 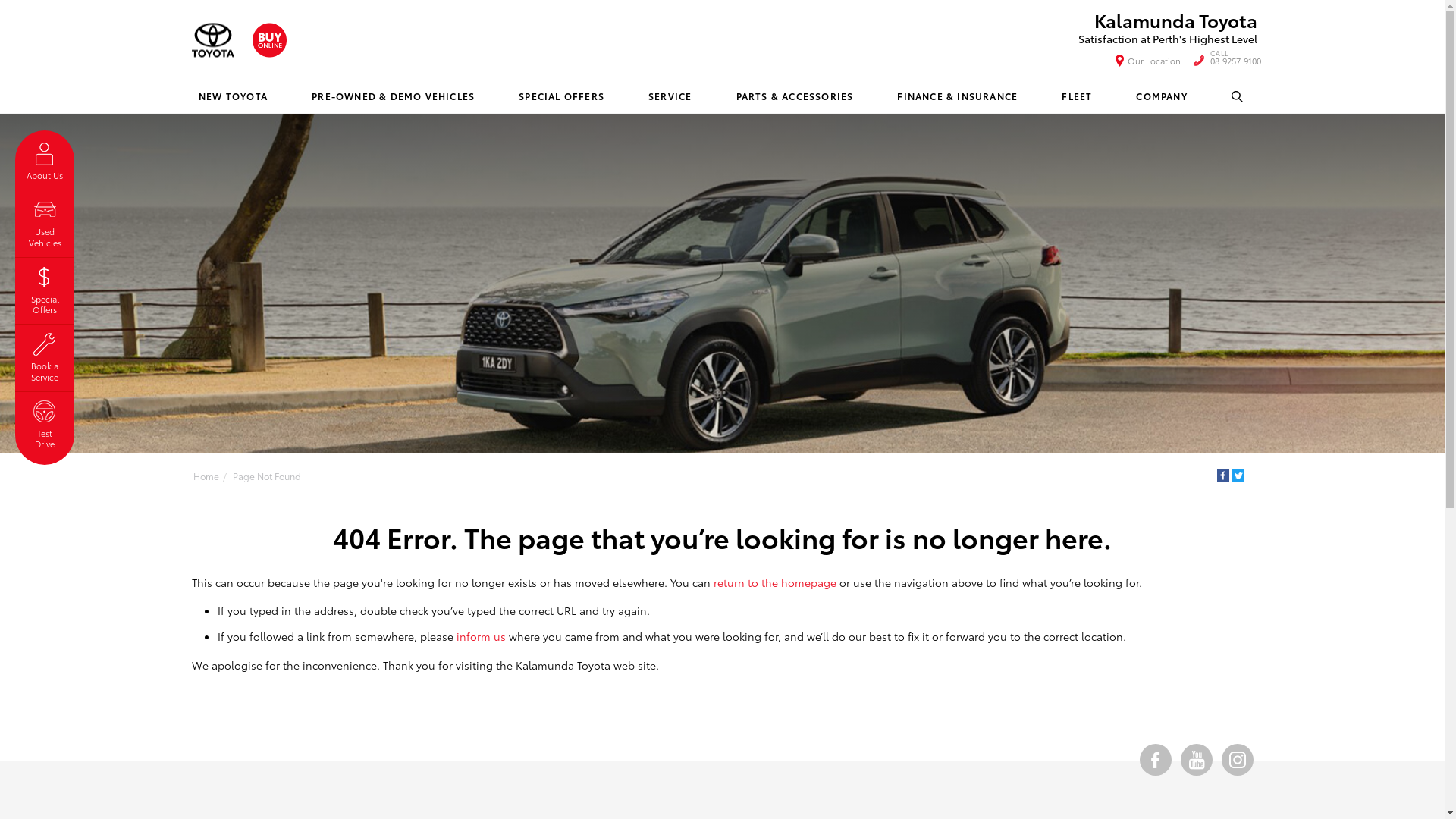 What do you see at coordinates (712, 581) in the screenshot?
I see `'return to the homepage'` at bounding box center [712, 581].